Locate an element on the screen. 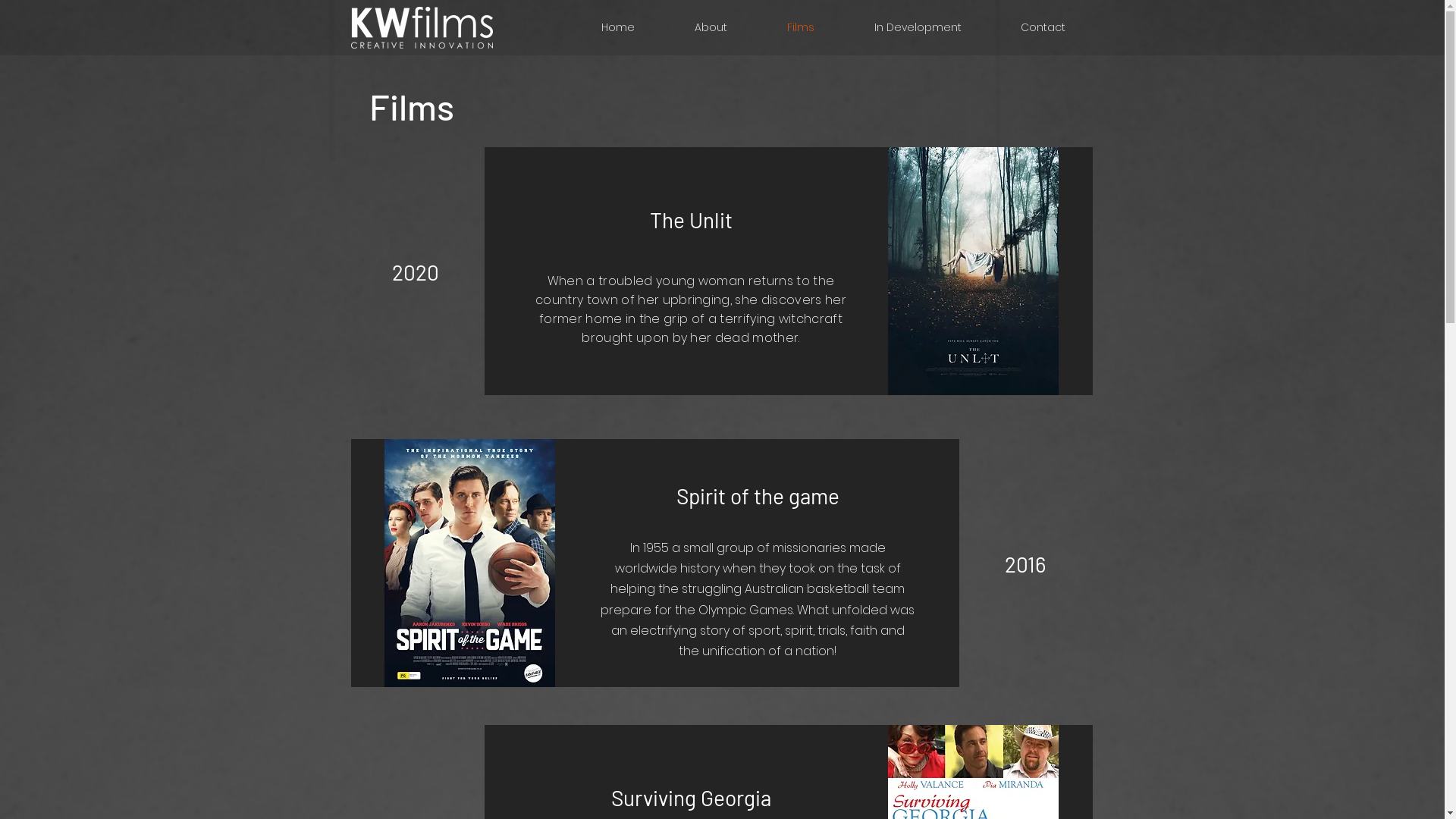 This screenshot has height=819, width=1456. 'About' is located at coordinates (709, 27).